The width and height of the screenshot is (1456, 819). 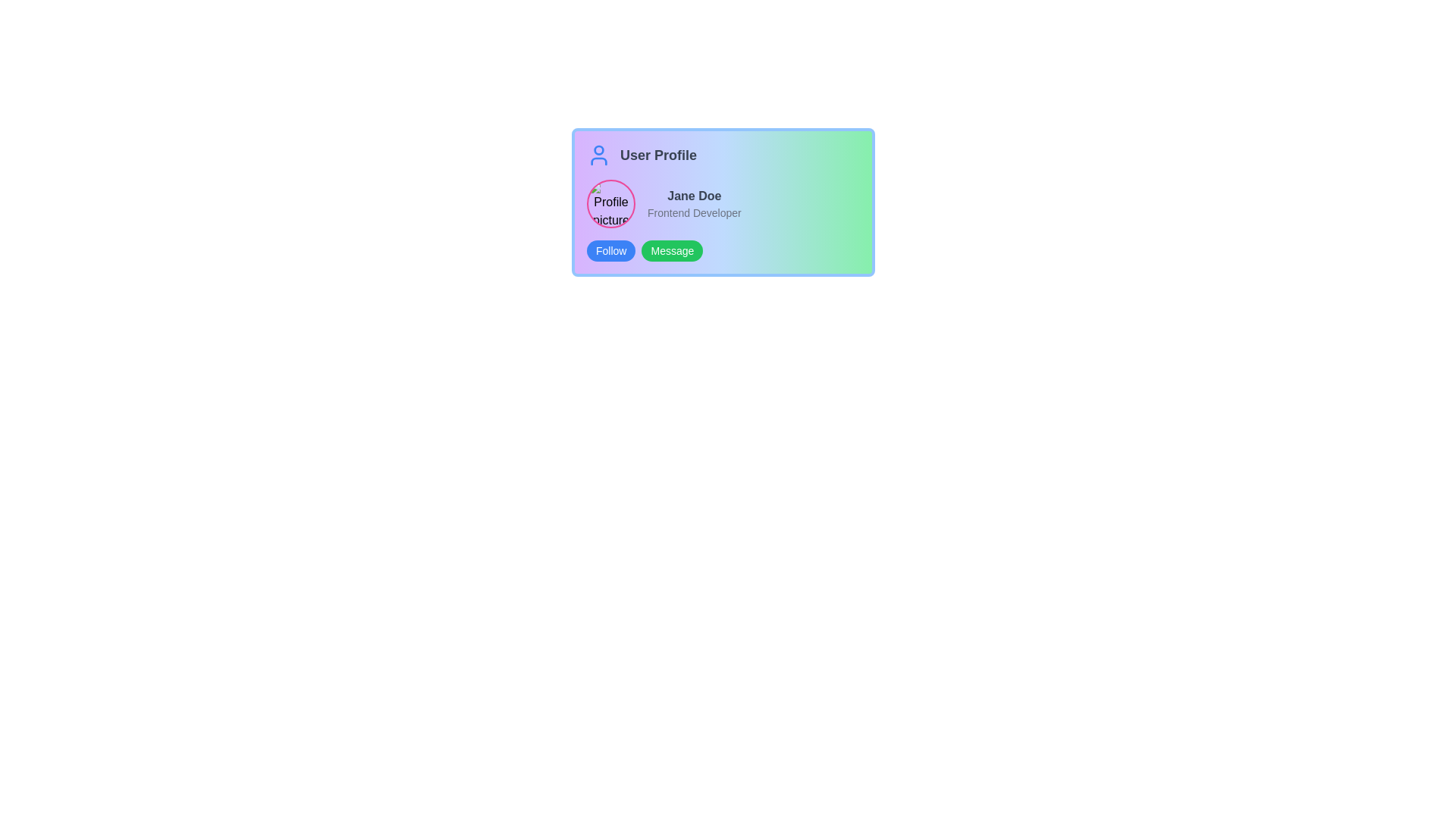 I want to click on the informational text displaying the user's name and job title, located in the center-right of the user profile card layout, below the header text labeled 'User Profile', so click(x=723, y=203).